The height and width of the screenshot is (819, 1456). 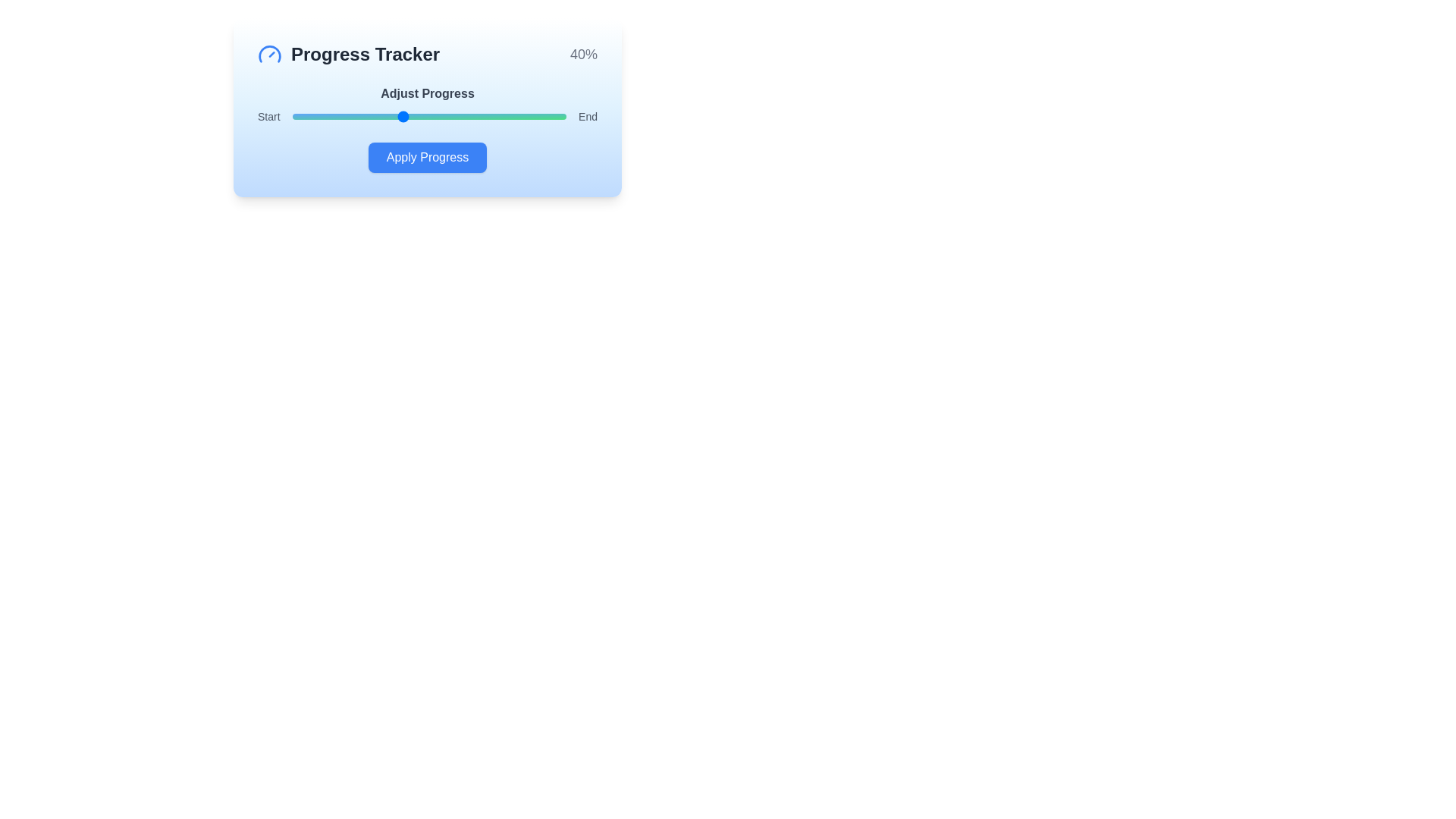 What do you see at coordinates (335, 116) in the screenshot?
I see `the progress slider to 16%` at bounding box center [335, 116].